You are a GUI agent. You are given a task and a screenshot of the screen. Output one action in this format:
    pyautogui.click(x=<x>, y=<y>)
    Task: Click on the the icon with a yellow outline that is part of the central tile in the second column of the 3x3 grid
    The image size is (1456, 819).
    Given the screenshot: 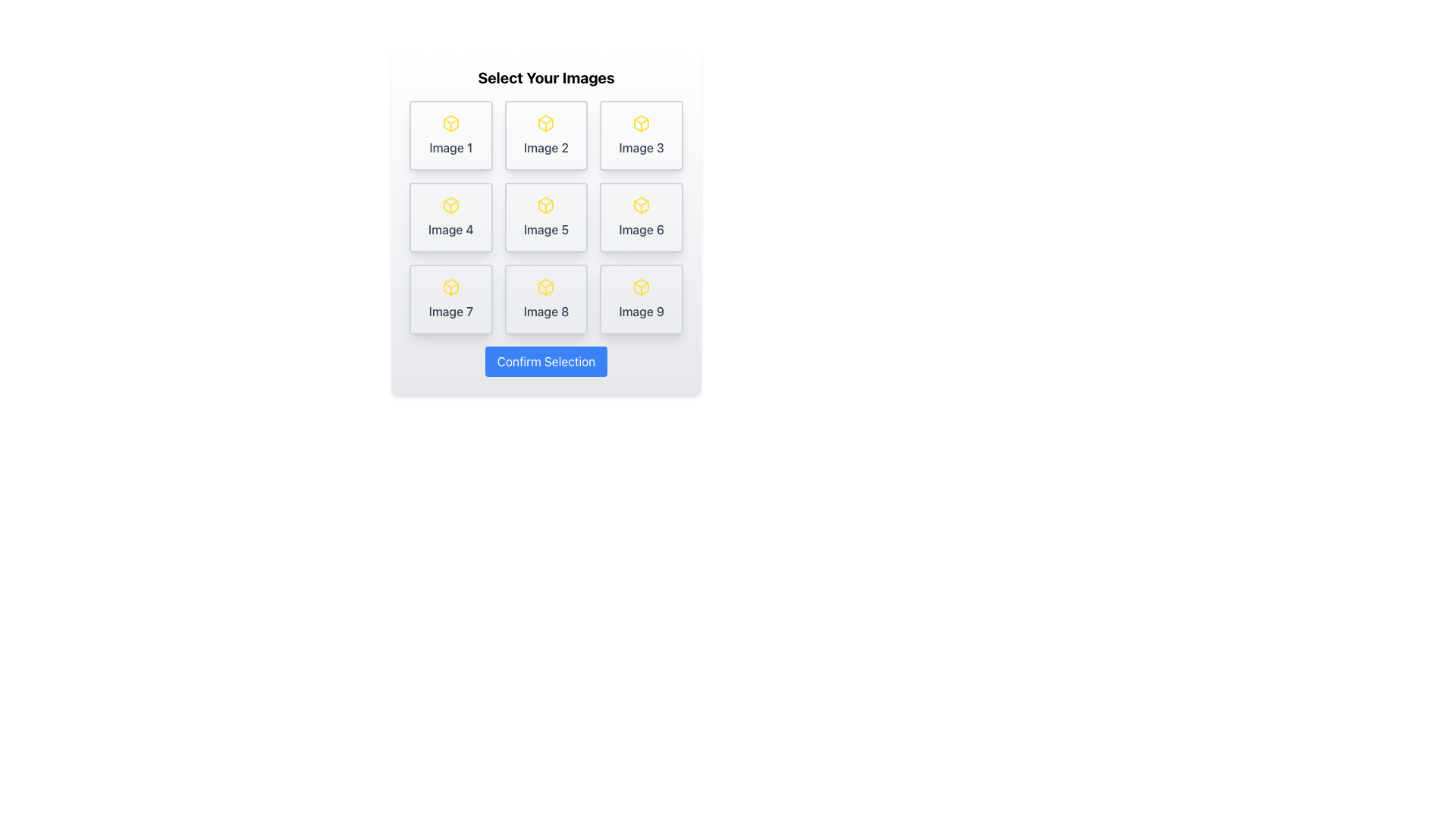 What is the action you would take?
    pyautogui.click(x=546, y=122)
    